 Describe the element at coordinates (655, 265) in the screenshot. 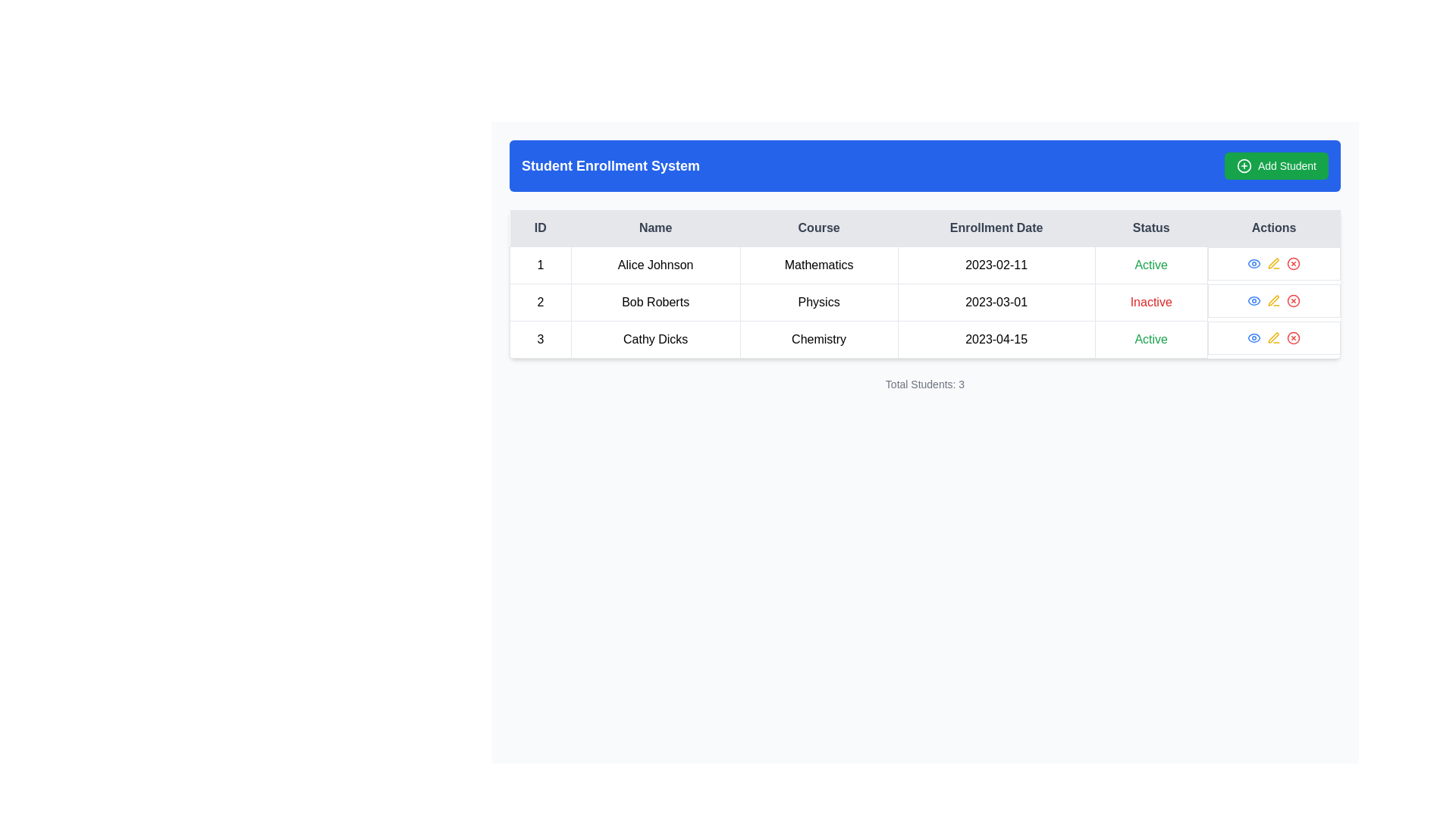

I see `the text label displaying 'Alice Johnson', which is bold and centered within its table cell` at that location.